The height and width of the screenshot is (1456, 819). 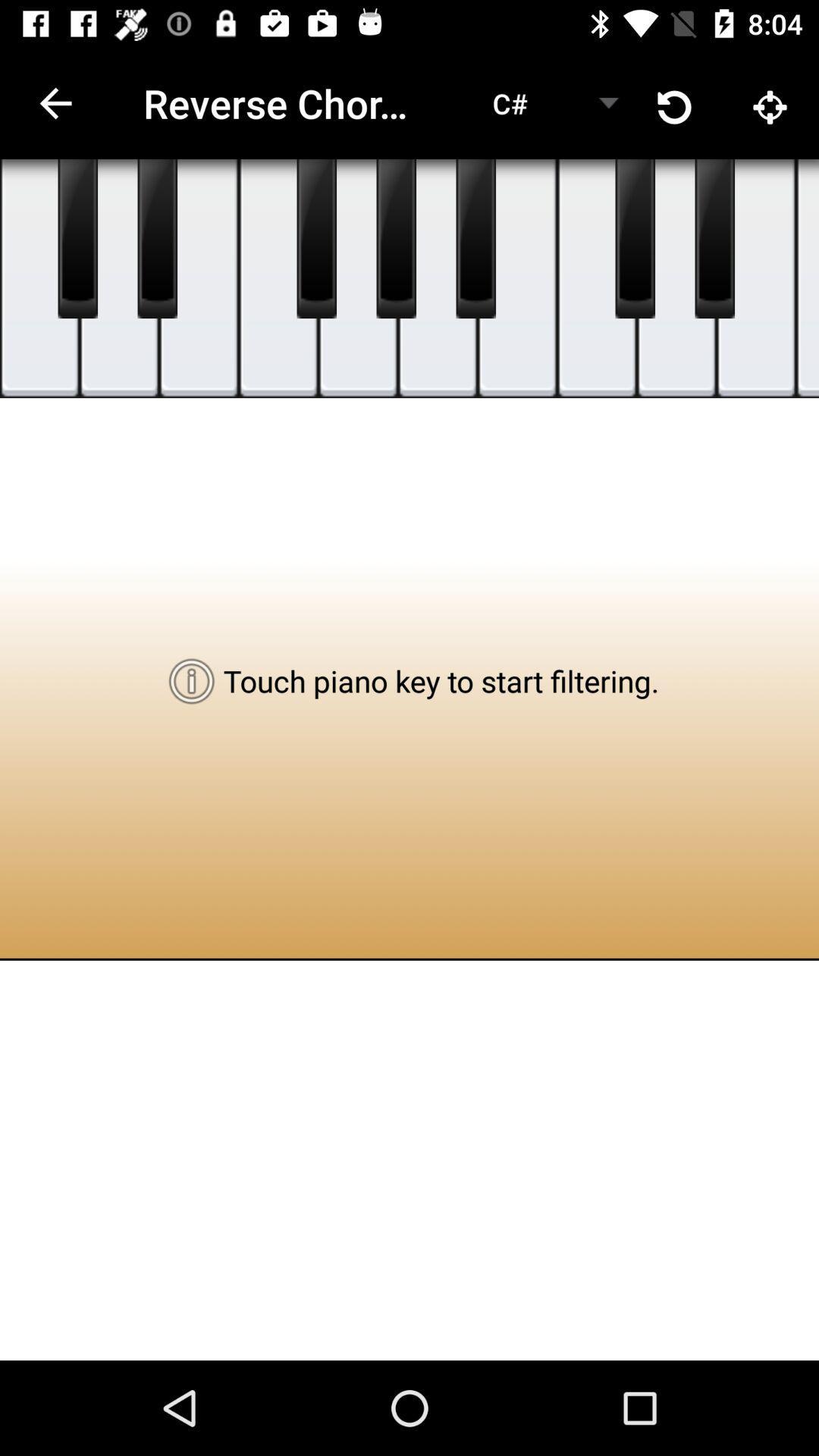 What do you see at coordinates (358, 278) in the screenshot?
I see `the national_flag icon` at bounding box center [358, 278].